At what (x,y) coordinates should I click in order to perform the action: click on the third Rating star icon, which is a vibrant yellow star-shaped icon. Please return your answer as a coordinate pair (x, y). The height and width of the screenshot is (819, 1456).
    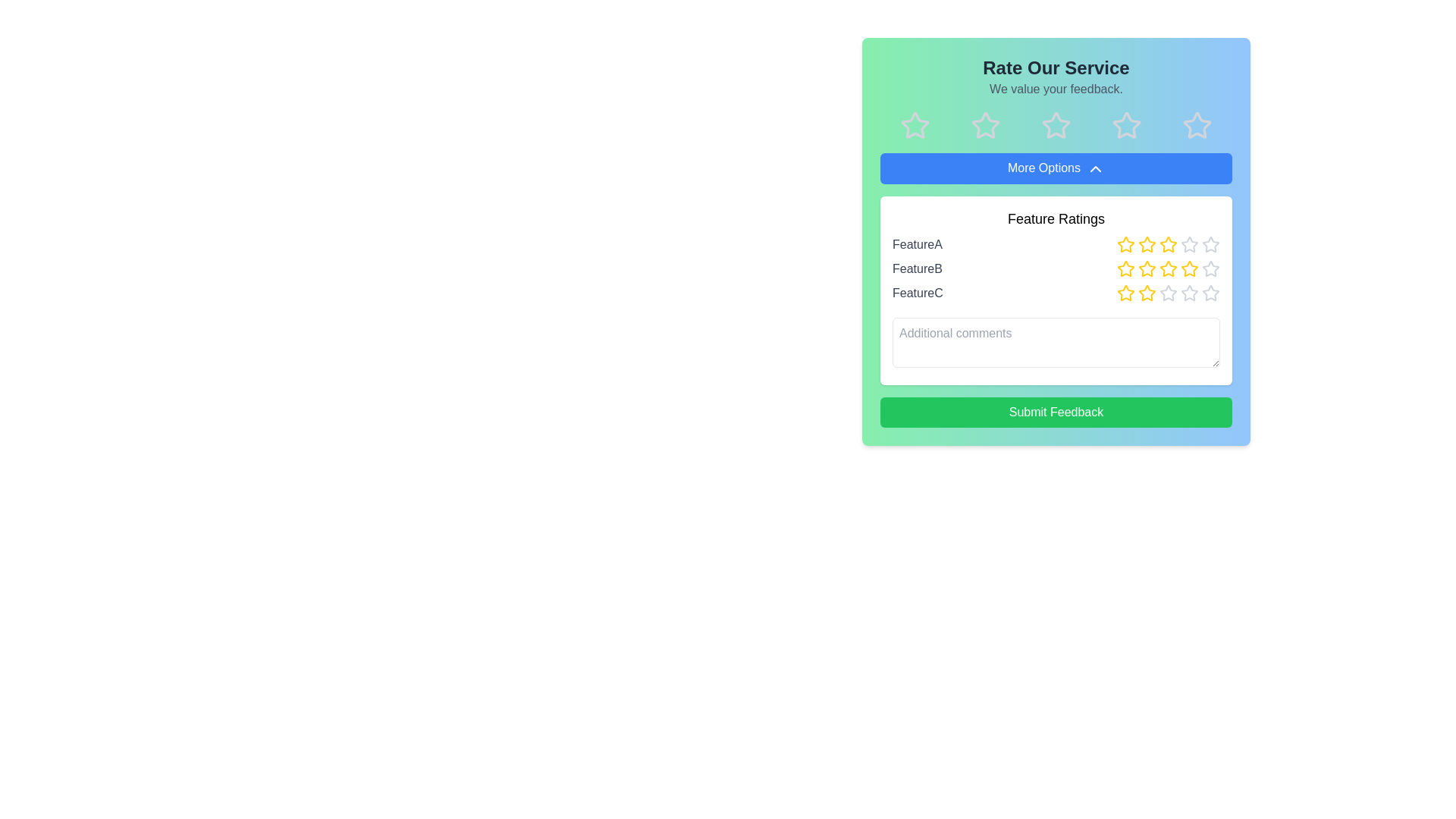
    Looking at the image, I should click on (1147, 292).